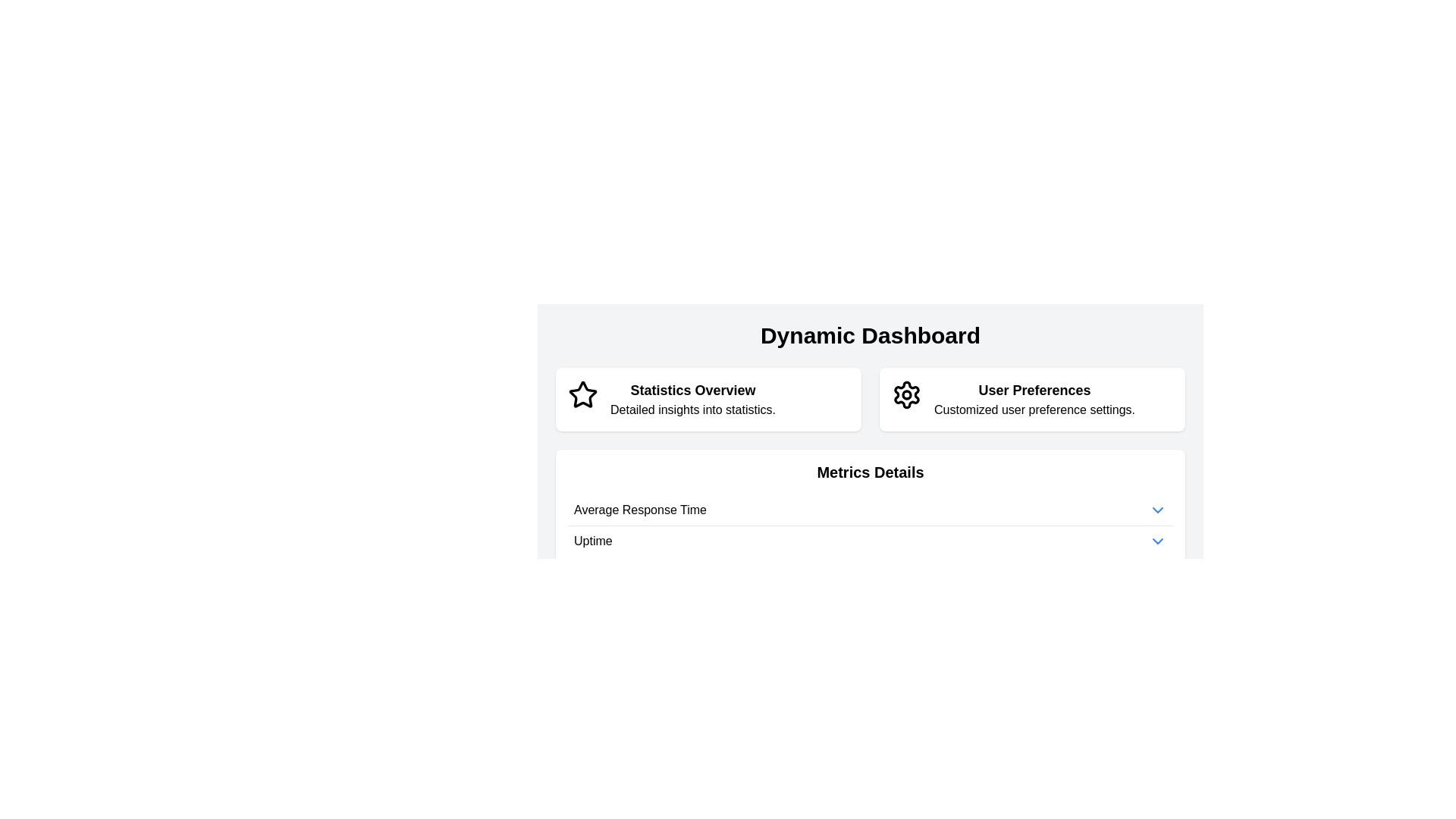  Describe the element at coordinates (582, 394) in the screenshot. I see `the icon enhancing the 'Statistics Overview' button located in the top left section of the 'Dynamic Dashboard' interface` at that location.